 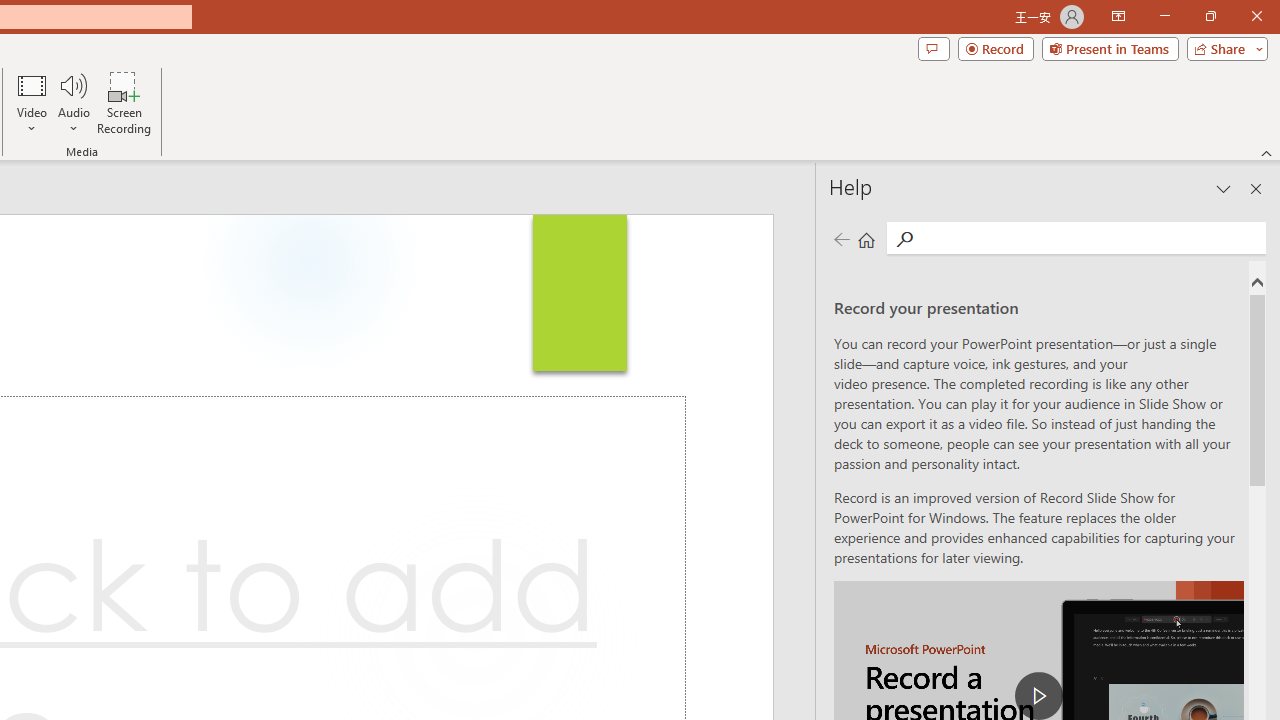 I want to click on 'Previous page', so click(x=841, y=238).